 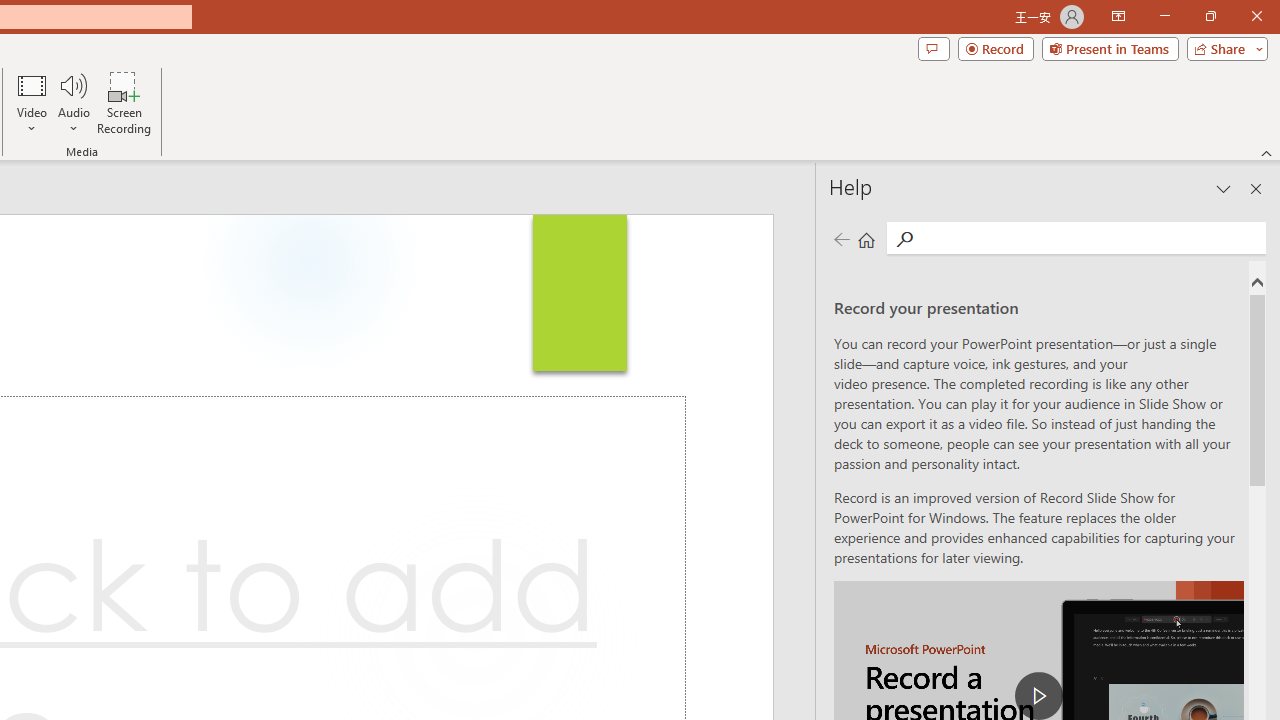 I want to click on 'Previous page', so click(x=841, y=238).